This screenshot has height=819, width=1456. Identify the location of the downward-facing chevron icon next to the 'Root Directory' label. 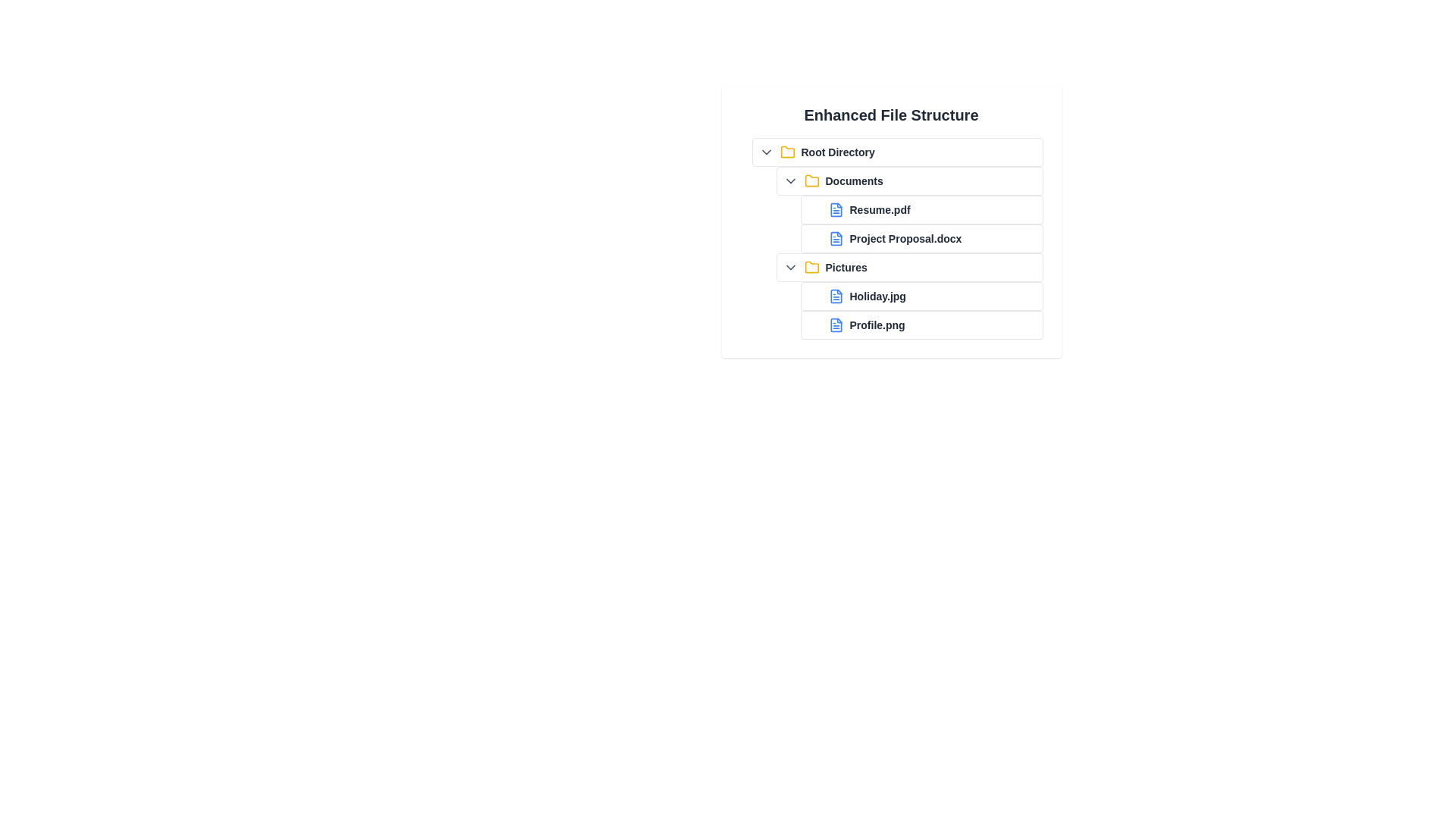
(766, 152).